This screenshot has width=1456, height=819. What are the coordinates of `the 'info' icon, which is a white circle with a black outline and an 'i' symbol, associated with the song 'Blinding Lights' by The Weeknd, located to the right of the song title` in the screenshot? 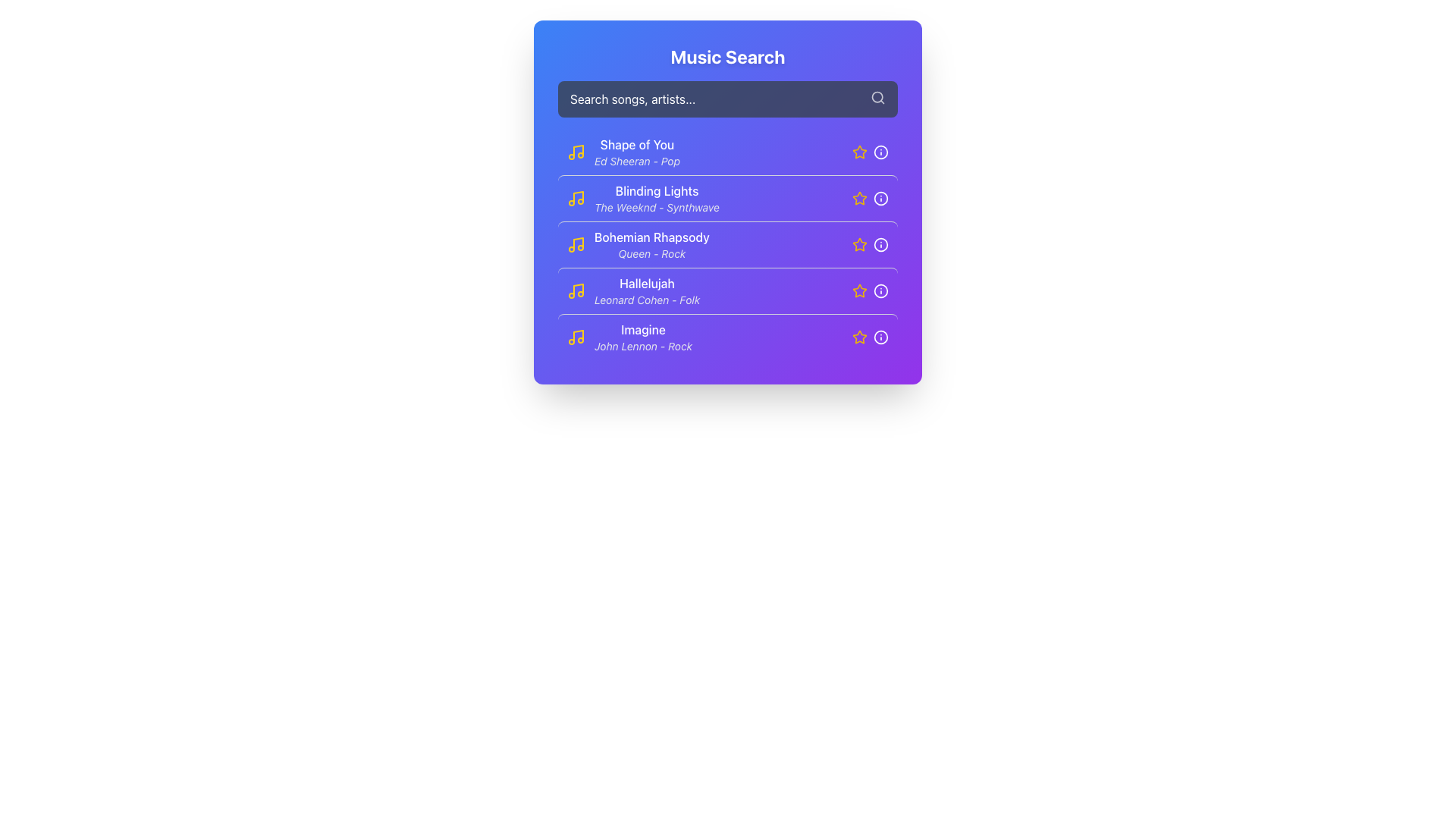 It's located at (880, 198).